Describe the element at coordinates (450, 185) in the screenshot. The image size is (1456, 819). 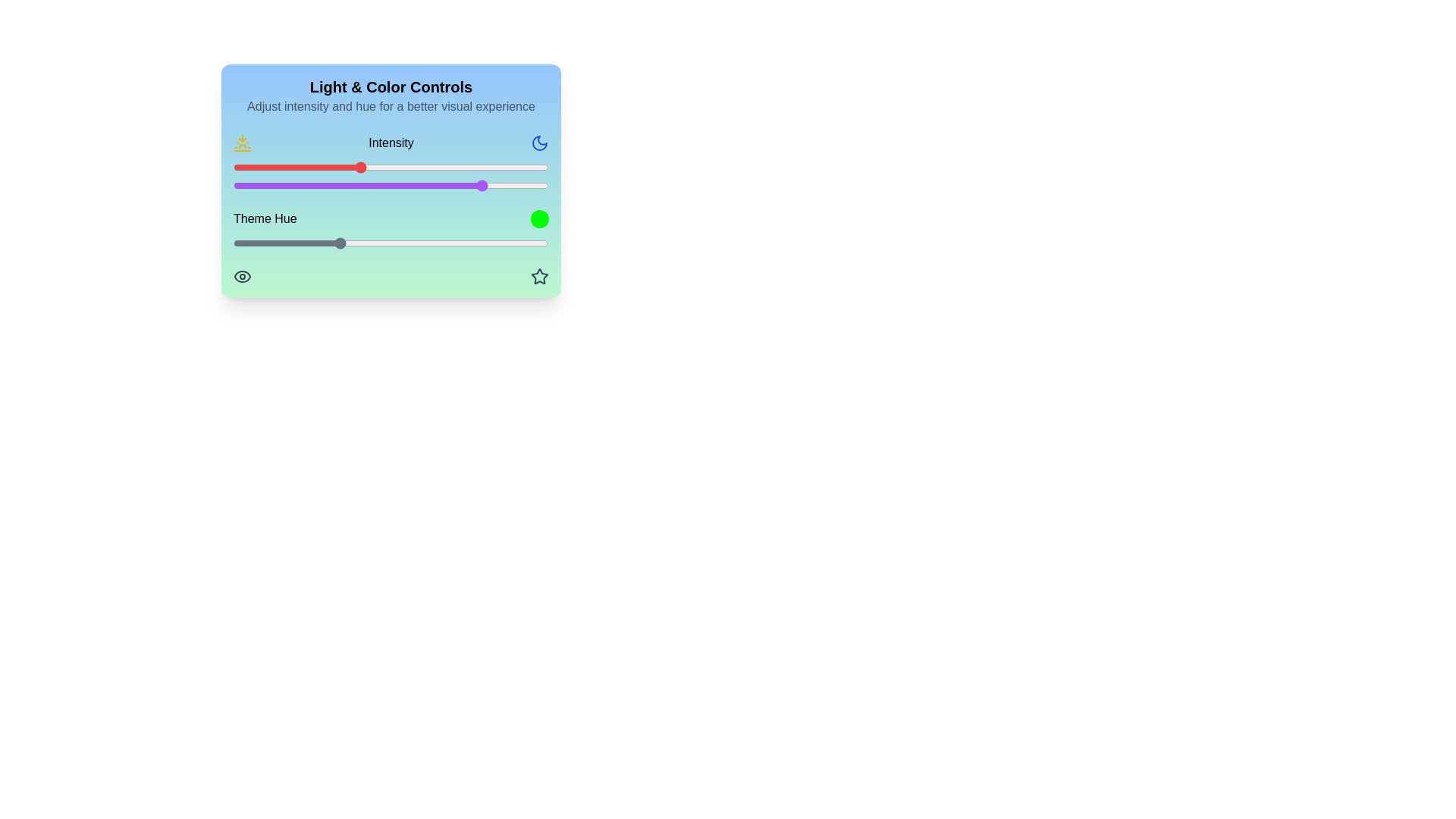
I see `the slider value` at that location.